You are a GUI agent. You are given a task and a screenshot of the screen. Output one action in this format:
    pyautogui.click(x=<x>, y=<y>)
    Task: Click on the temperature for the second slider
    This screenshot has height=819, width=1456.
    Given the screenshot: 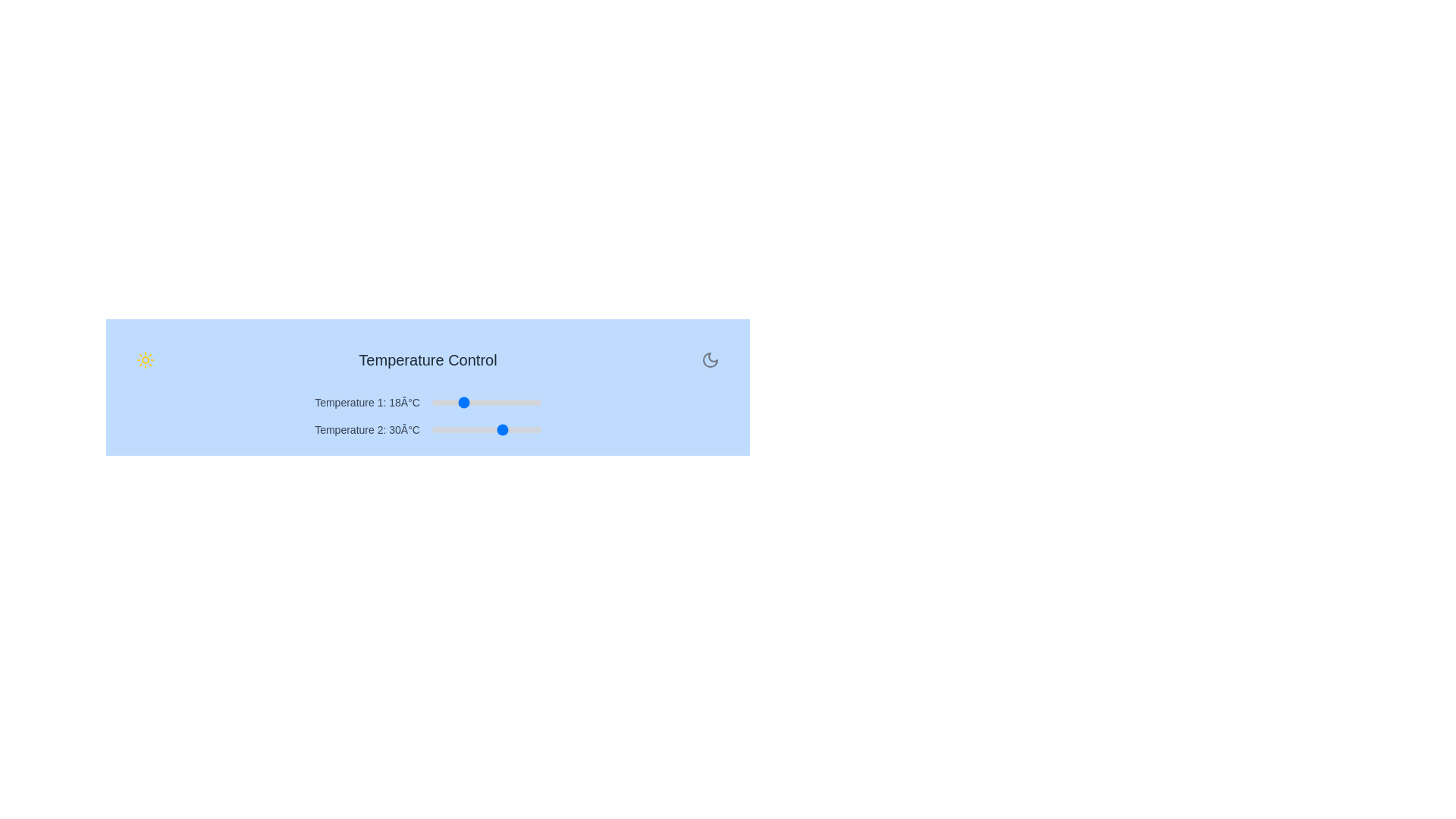 What is the action you would take?
    pyautogui.click(x=526, y=430)
    